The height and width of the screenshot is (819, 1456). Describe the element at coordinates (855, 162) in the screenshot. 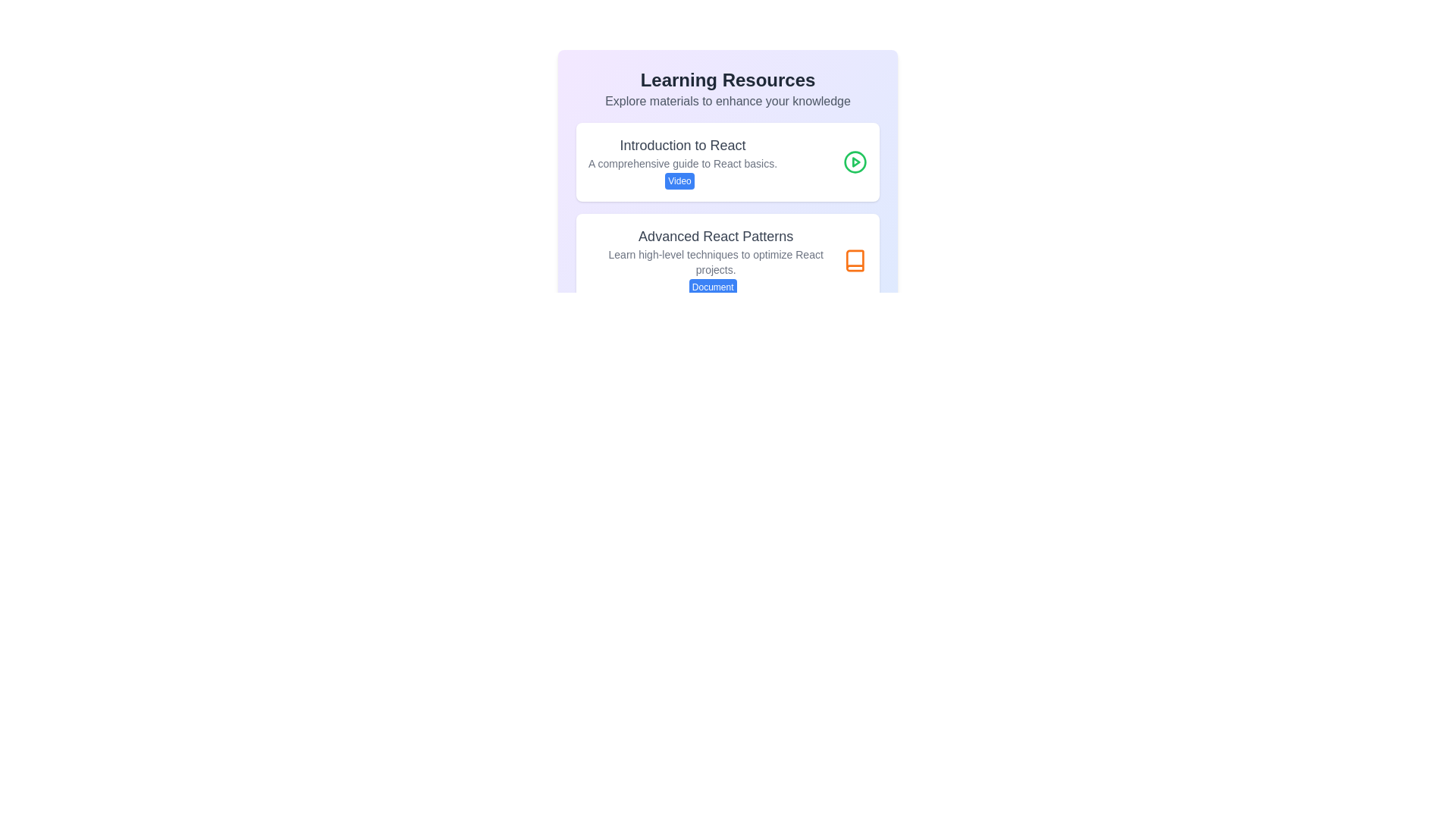

I see `the play icon for the 'Introduction to React' video to start playing it` at that location.